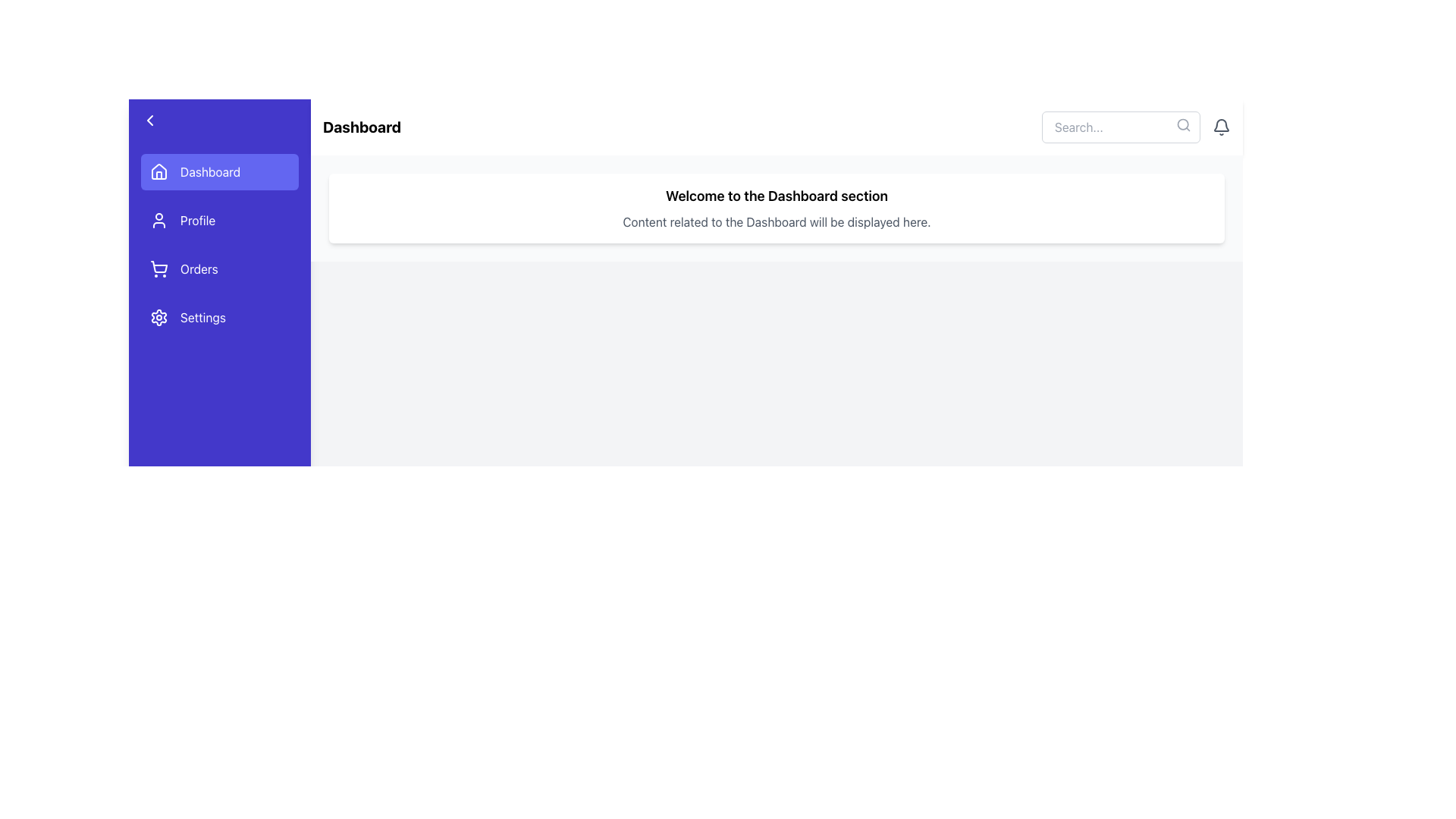 The height and width of the screenshot is (819, 1456). I want to click on the shopping cart icon located within the 'Orders' button on the vertical navigation bar for visual guidance, so click(159, 268).